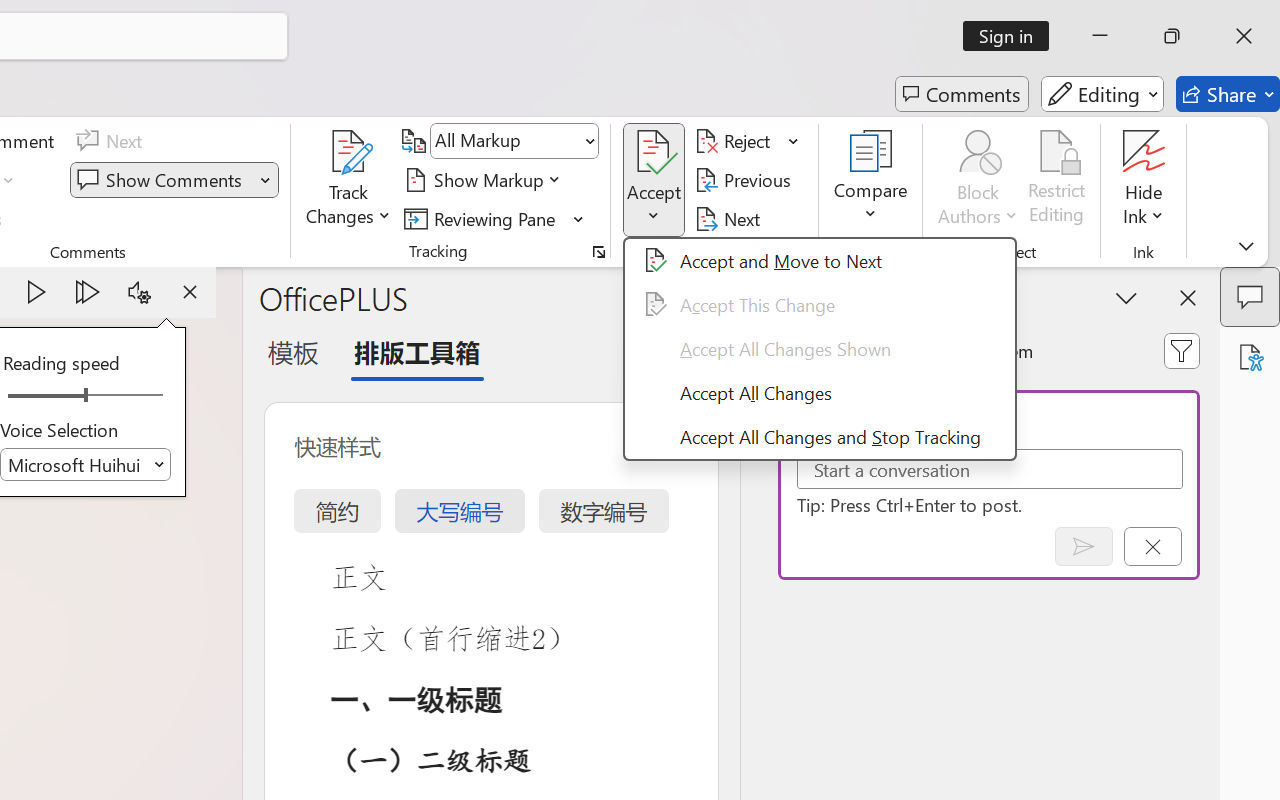 The width and height of the screenshot is (1280, 800). I want to click on 'Editing', so click(1101, 94).